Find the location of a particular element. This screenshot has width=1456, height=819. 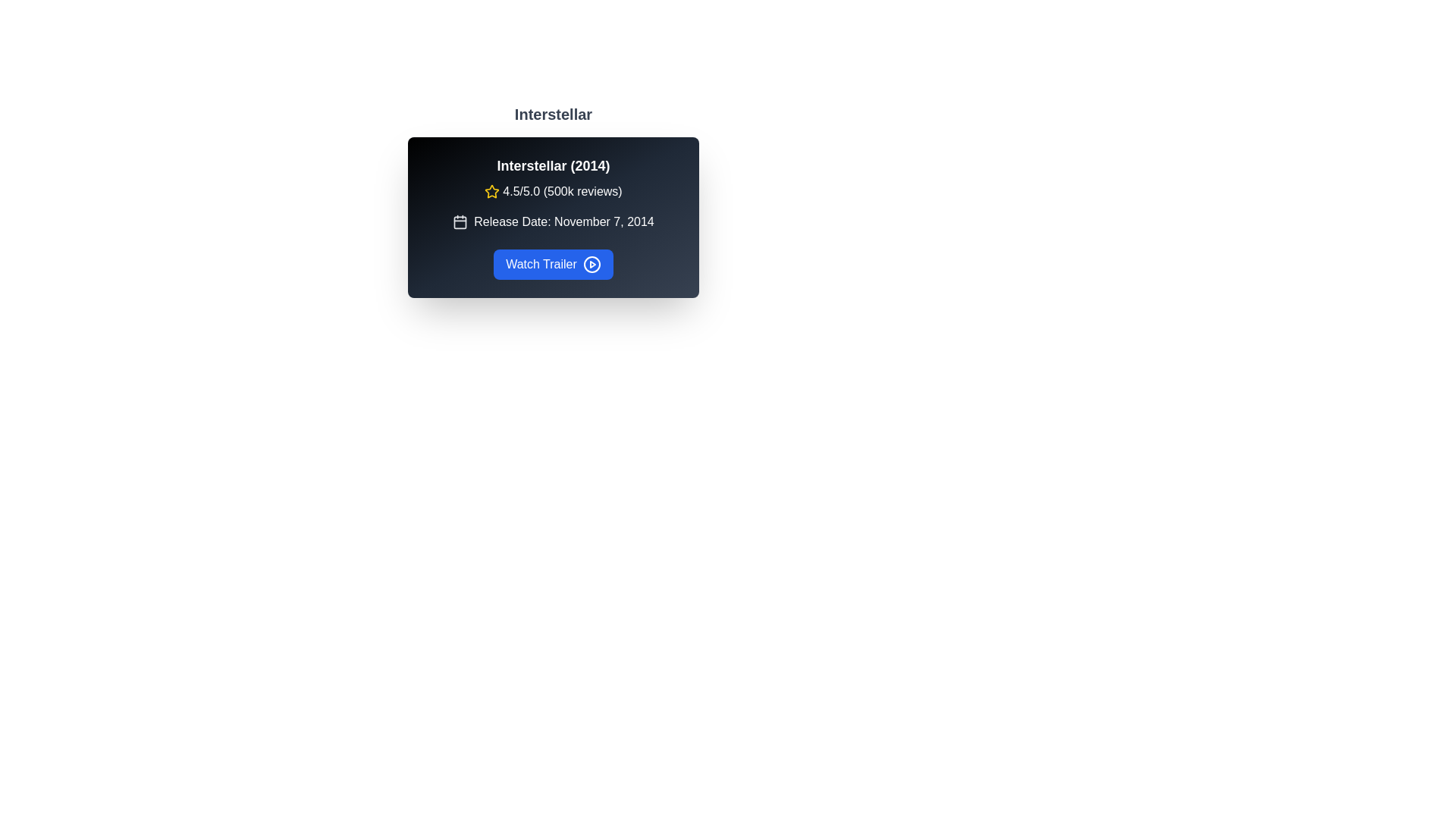

the button that initiates the trailer for the movie 'Interstellar', located at the bottom of the movie details card below the 'Release Date: November 7, 2014' text is located at coordinates (552, 263).